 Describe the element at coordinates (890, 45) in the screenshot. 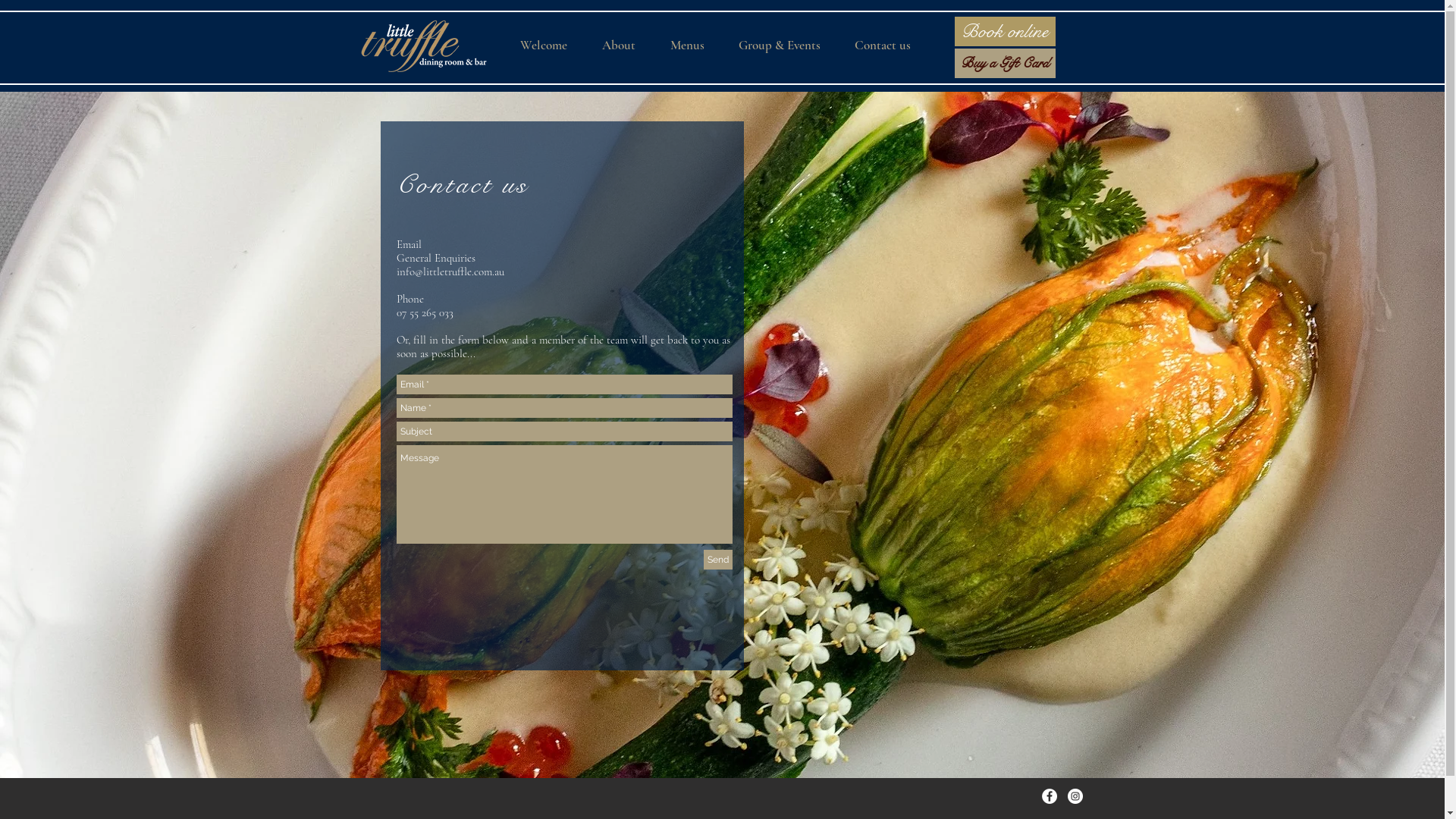

I see `'Contact us'` at that location.